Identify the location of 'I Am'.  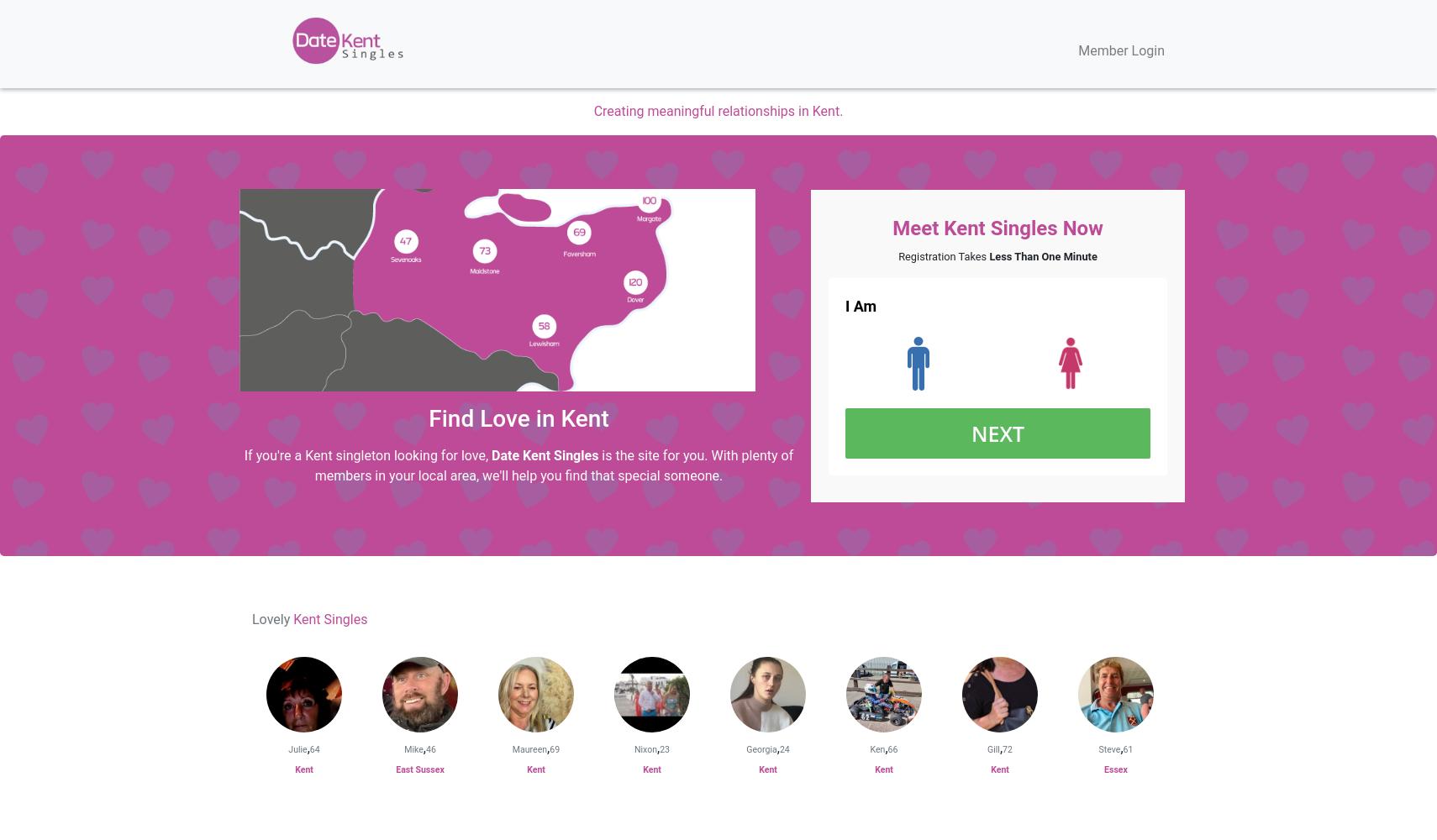
(860, 305).